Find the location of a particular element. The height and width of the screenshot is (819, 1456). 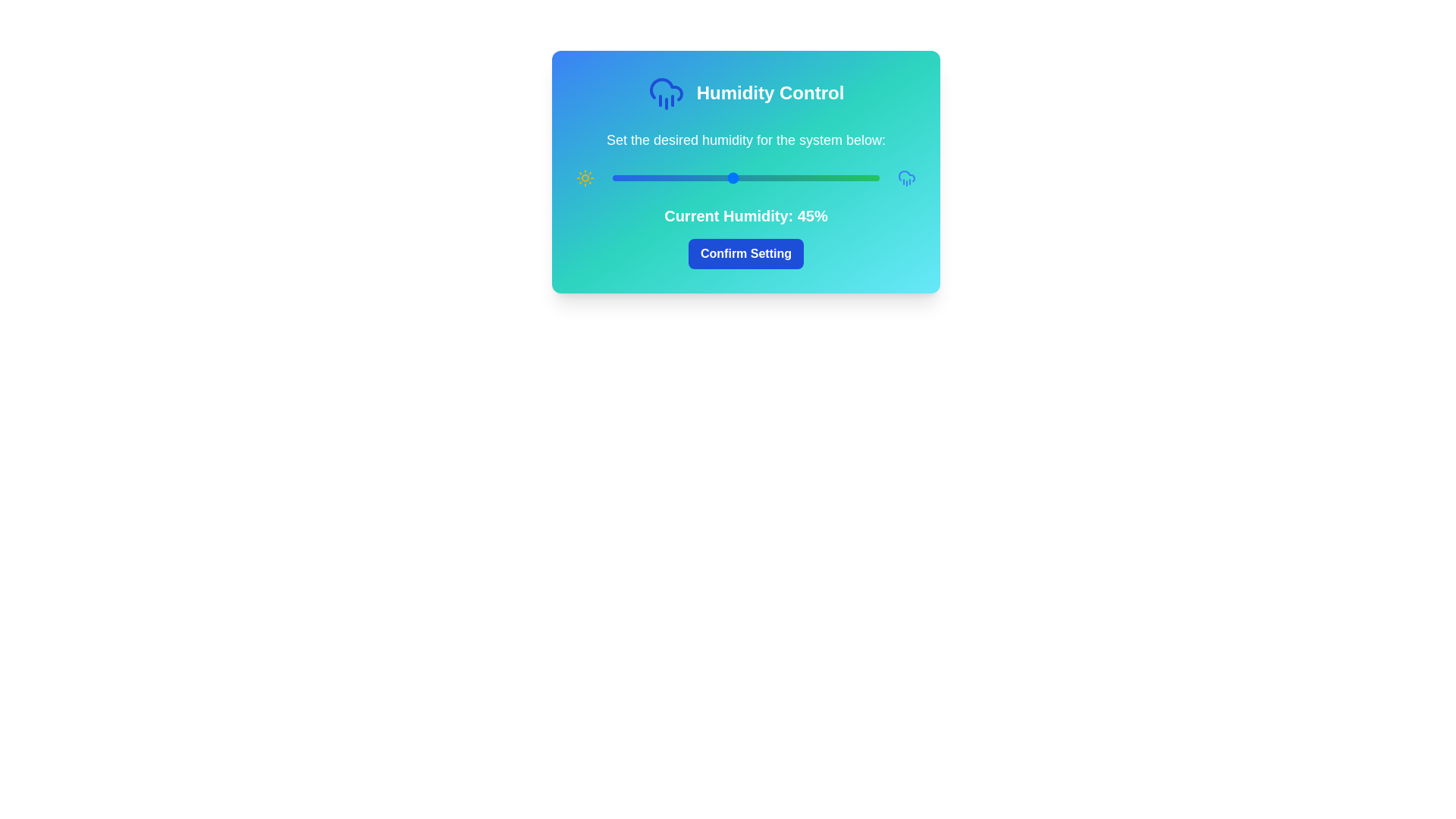

the humidity slider to 10% is located at coordinates (639, 177).